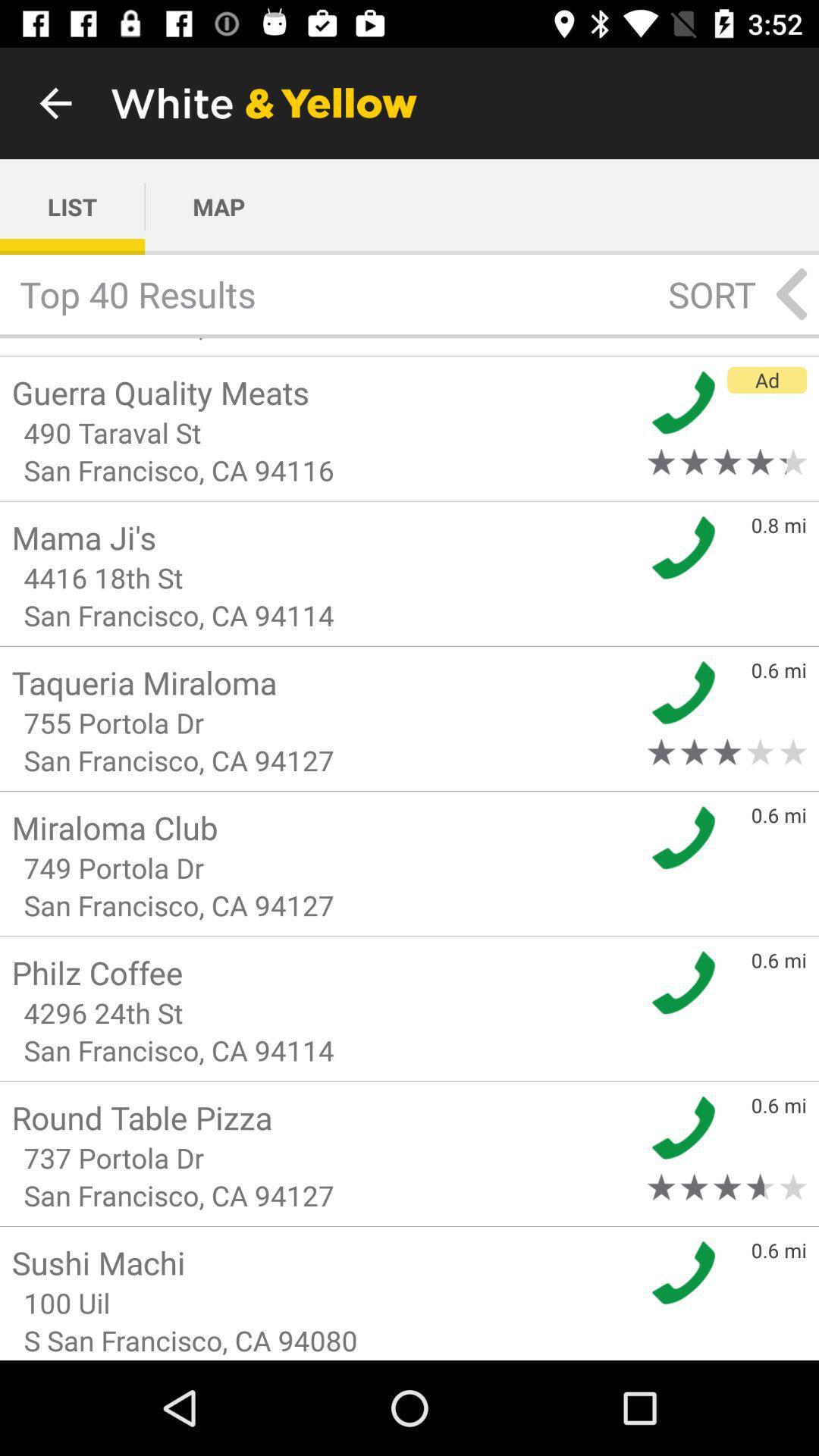  Describe the element at coordinates (791, 294) in the screenshot. I see `the arrow_backward icon` at that location.